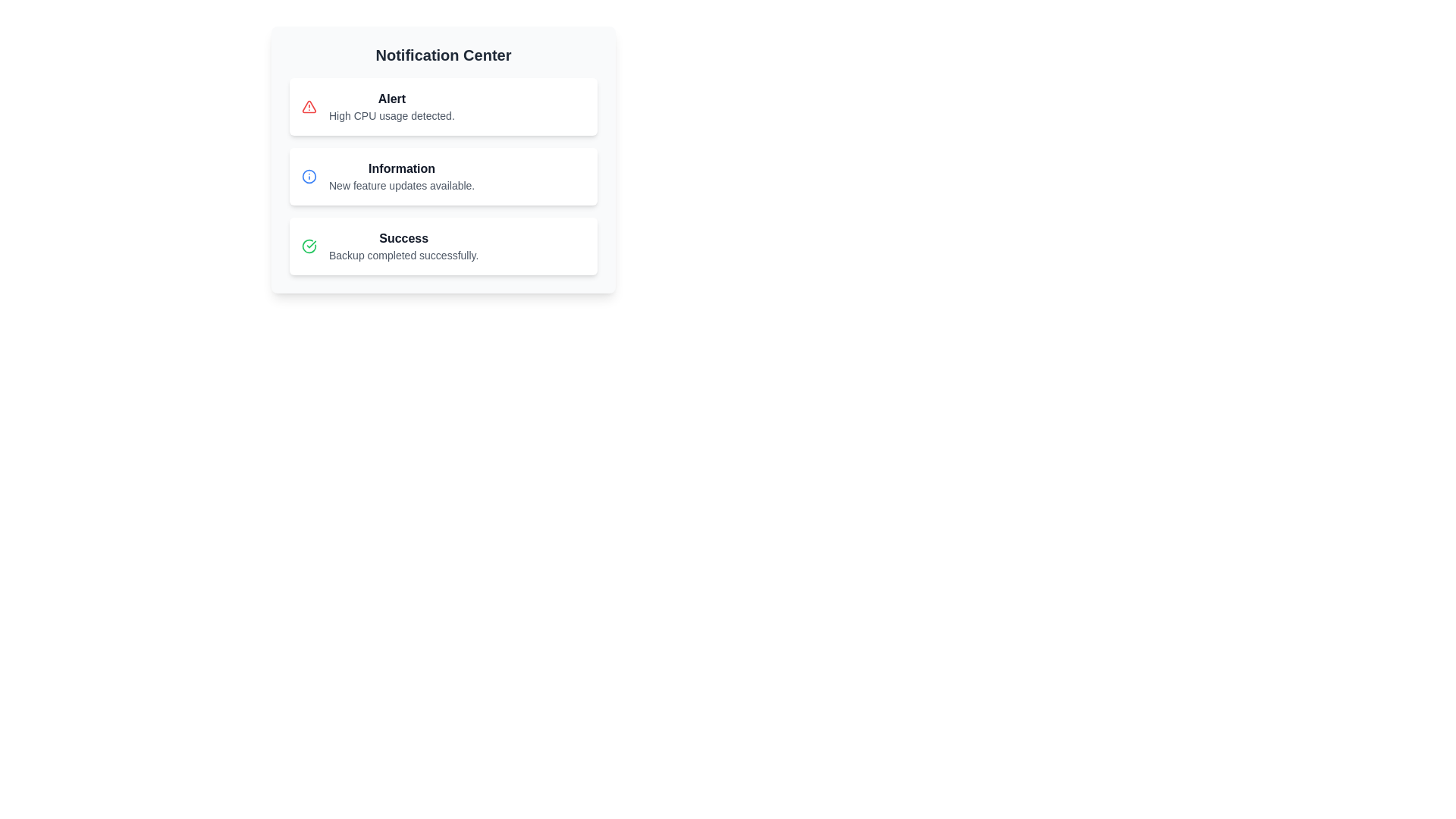  Describe the element at coordinates (443, 55) in the screenshot. I see `the 'Notification Center' text label, which is styled in bold with a larger font size and displayed in dark gray at the top of a white-framed card layout` at that location.